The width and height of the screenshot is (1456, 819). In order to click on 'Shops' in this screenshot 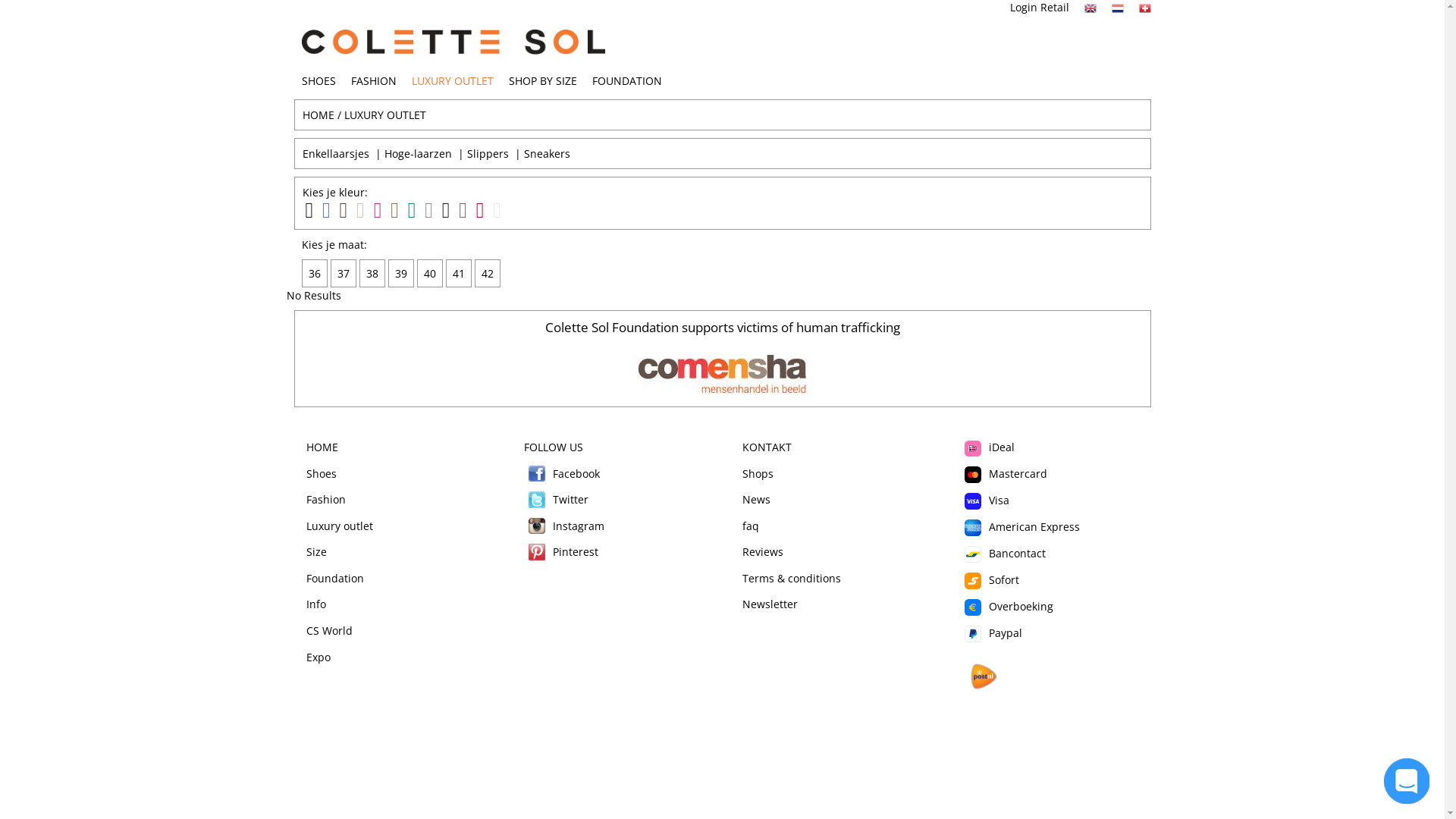, I will do `click(757, 472)`.